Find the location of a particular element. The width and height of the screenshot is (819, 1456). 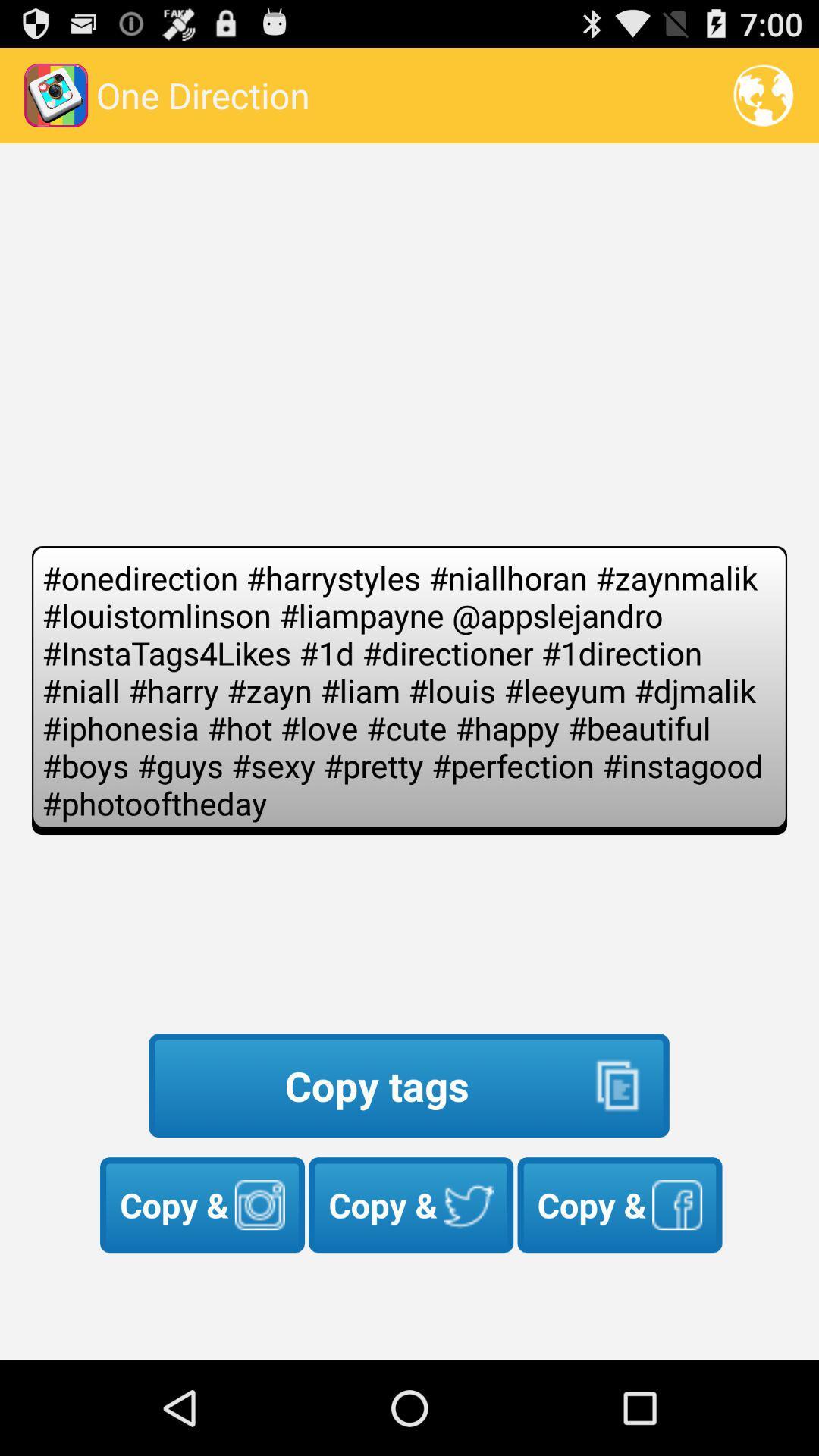

the icon at the top right corner is located at coordinates (763, 94).